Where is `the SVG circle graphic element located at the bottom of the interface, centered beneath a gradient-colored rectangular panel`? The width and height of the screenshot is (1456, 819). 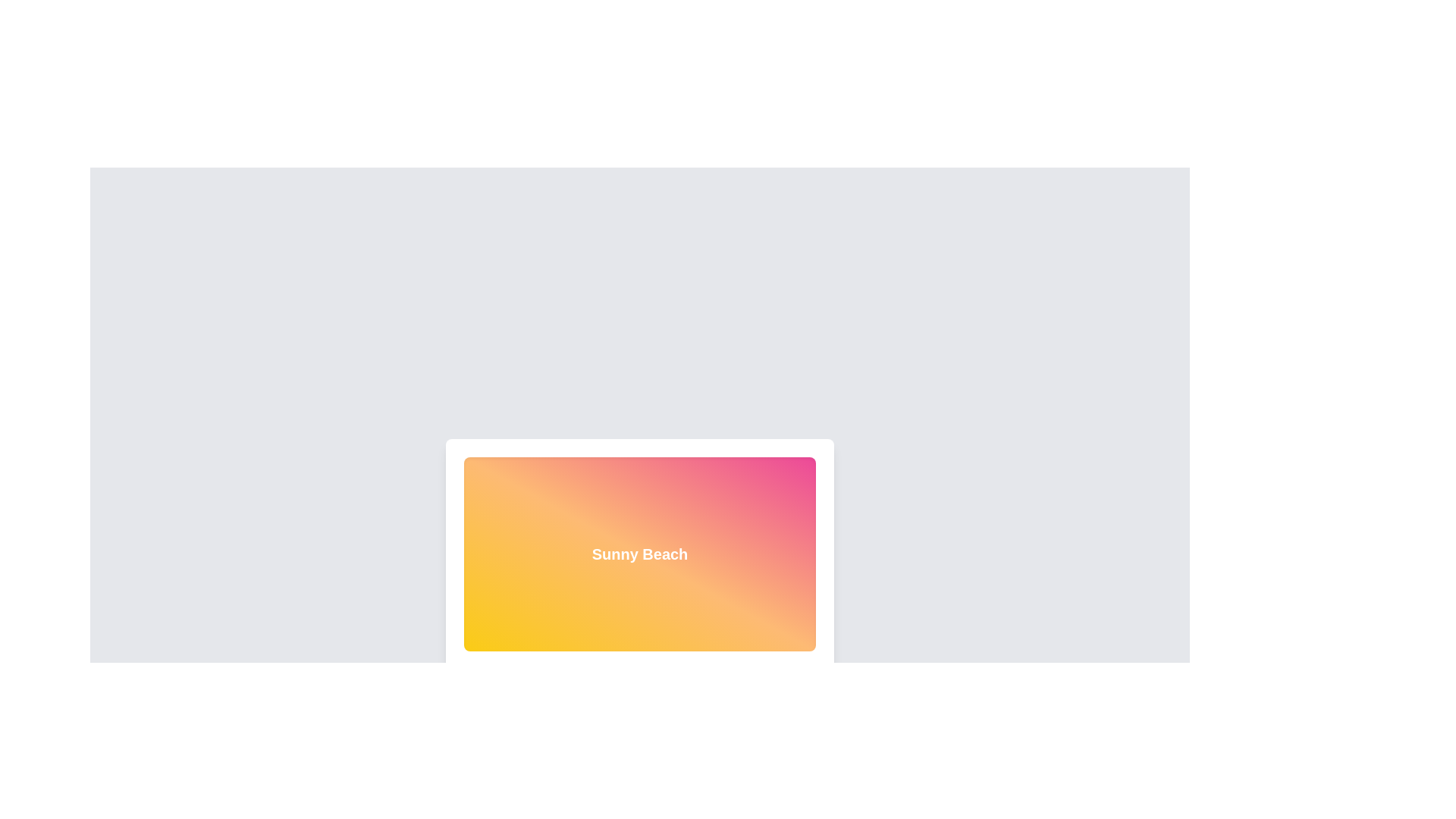
the SVG circle graphic element located at the bottom of the interface, centered beneath a gradient-colored rectangular panel is located at coordinates (640, 673).